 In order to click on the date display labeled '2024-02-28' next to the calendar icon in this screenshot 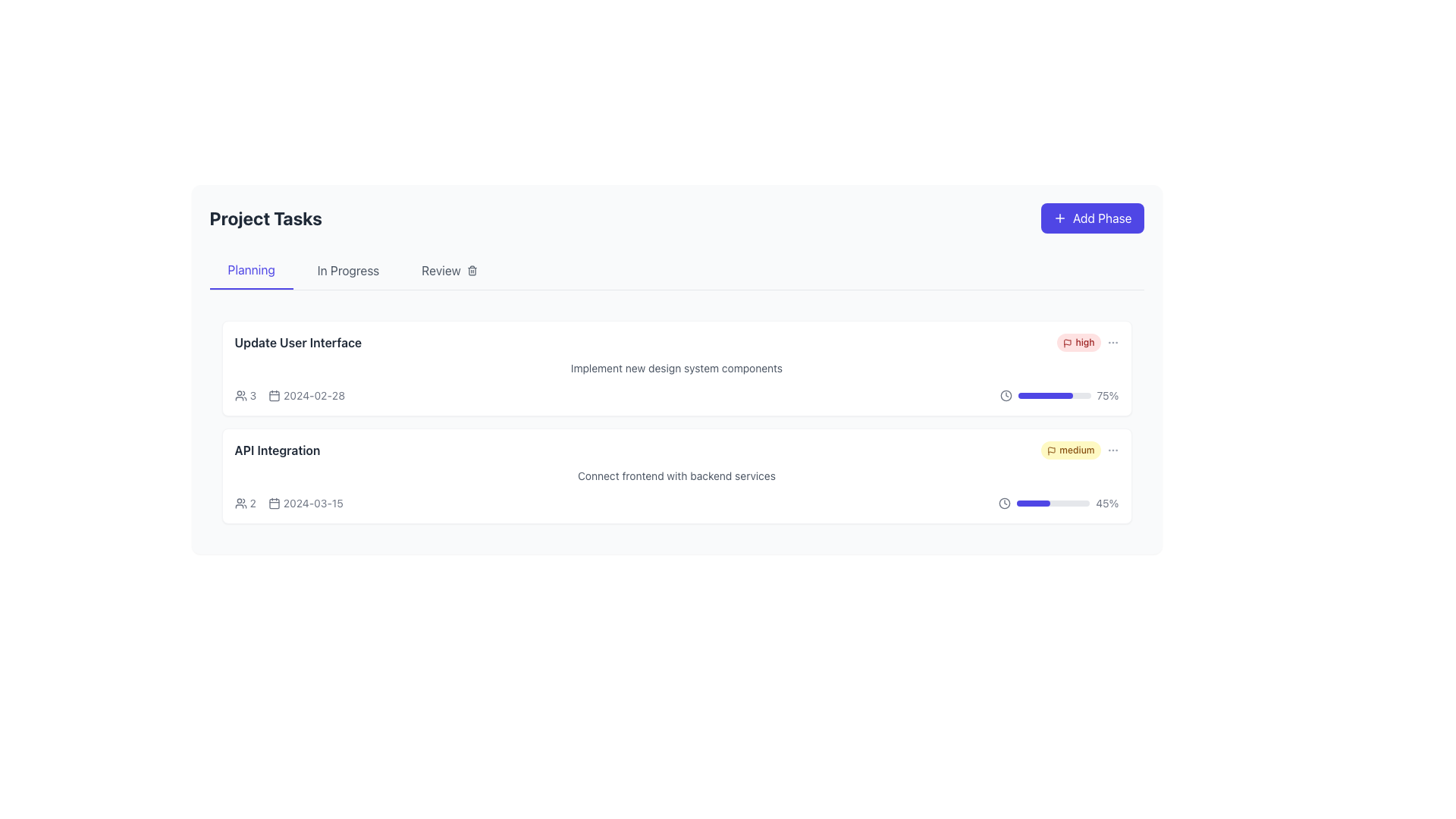, I will do `click(306, 394)`.